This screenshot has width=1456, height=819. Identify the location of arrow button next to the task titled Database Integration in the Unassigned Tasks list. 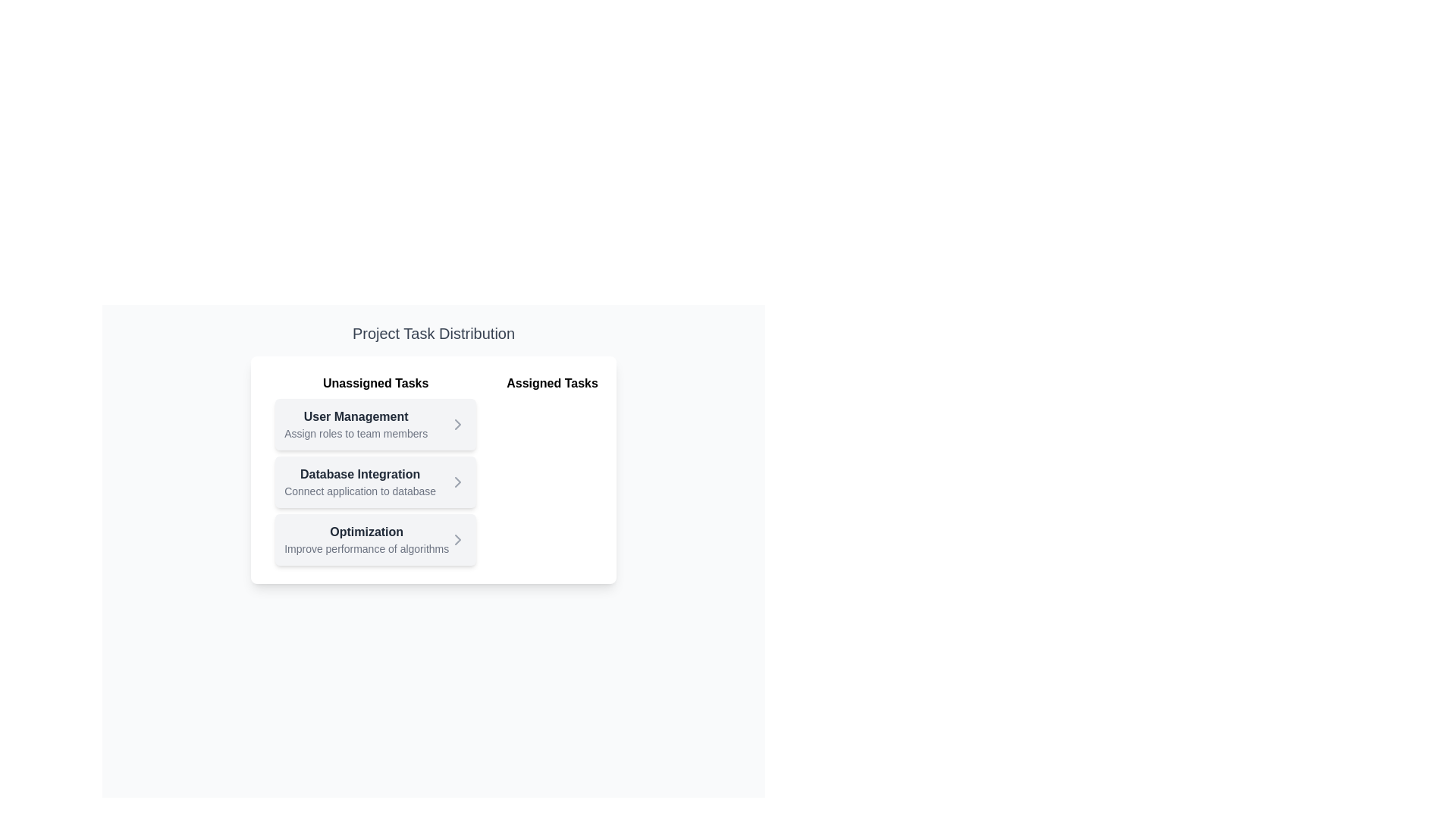
(457, 482).